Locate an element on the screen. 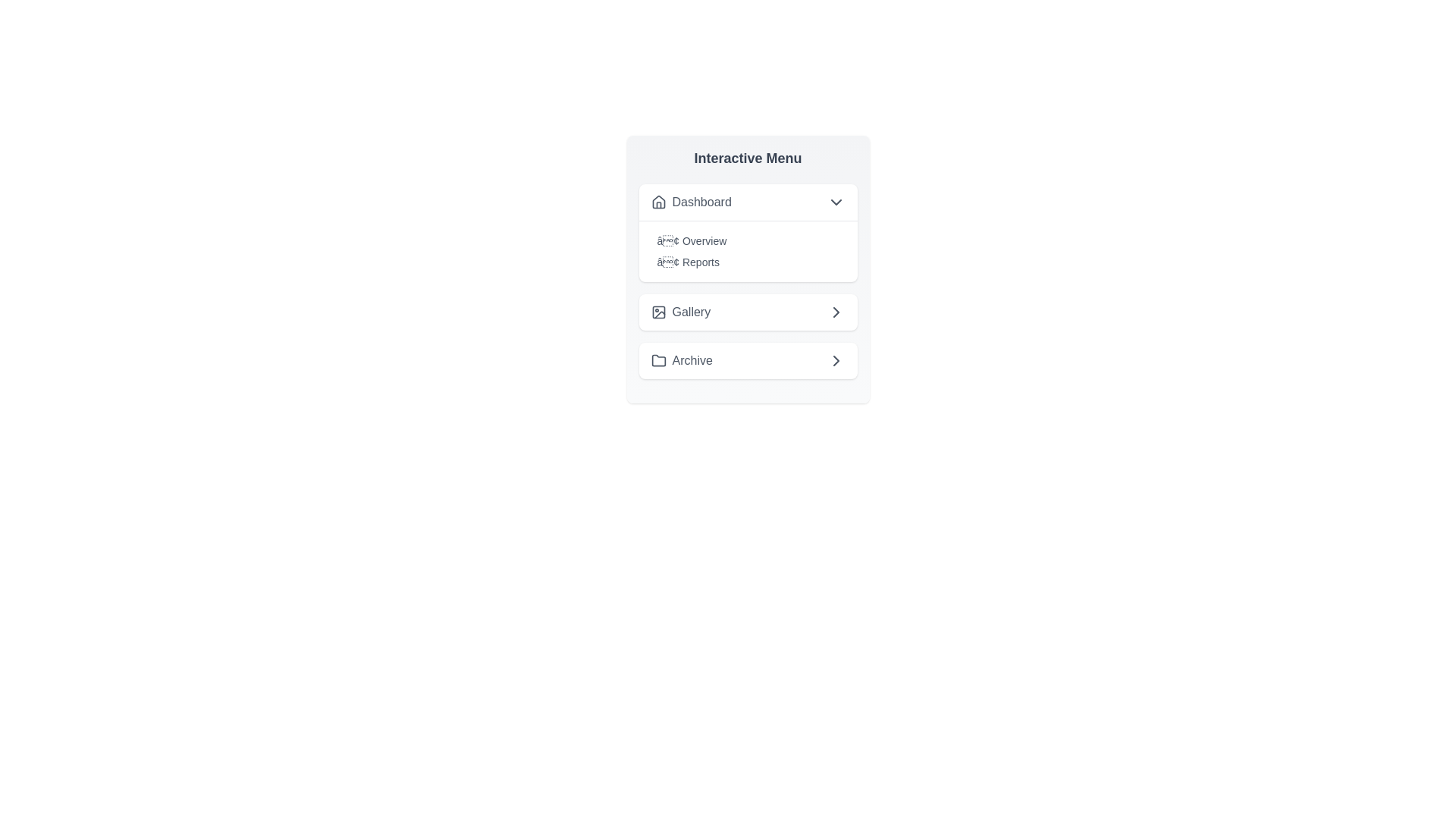 The image size is (1456, 819). the icon of the section Gallery is located at coordinates (658, 312).